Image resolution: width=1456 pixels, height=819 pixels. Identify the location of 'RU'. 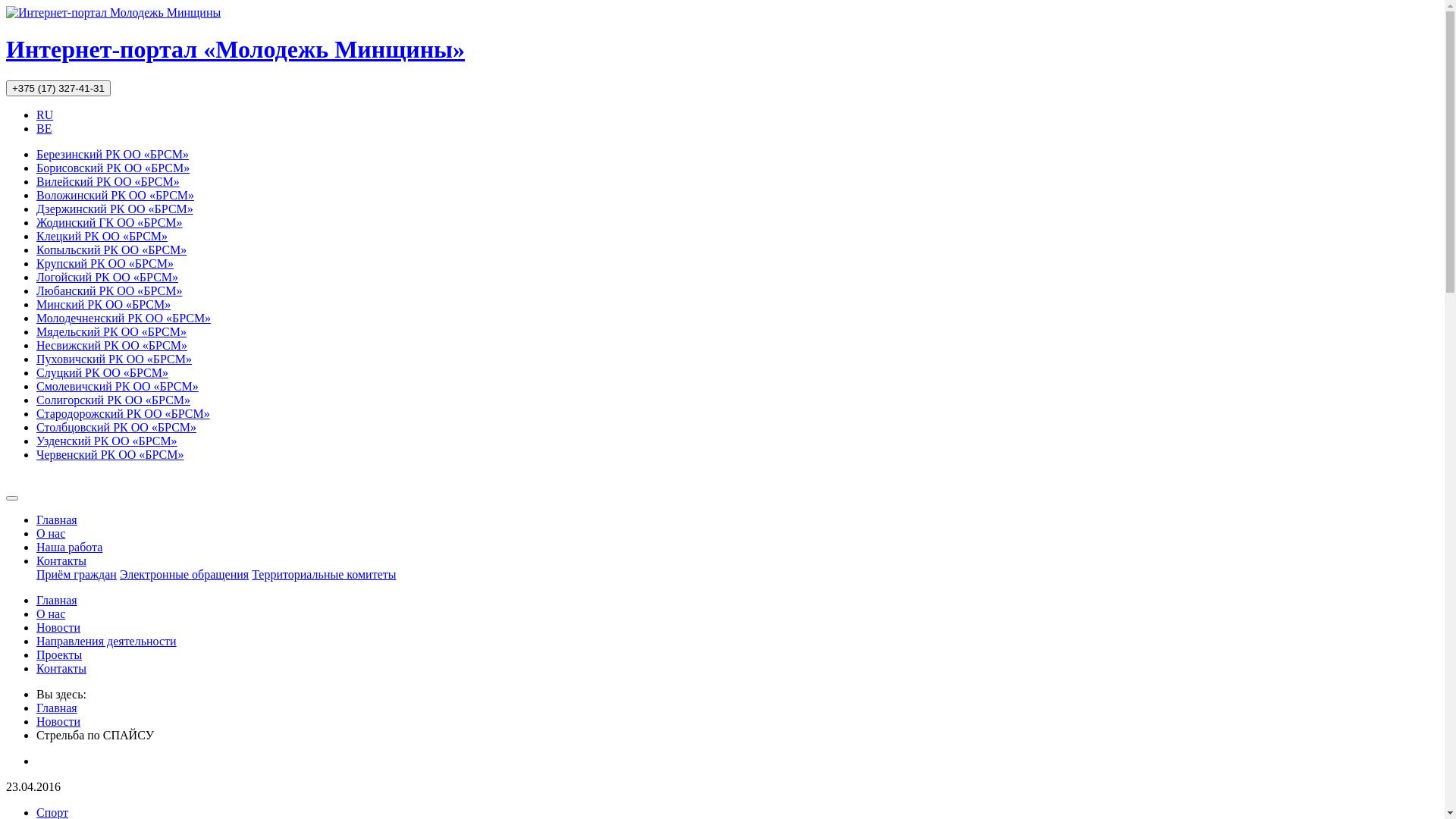
(44, 114).